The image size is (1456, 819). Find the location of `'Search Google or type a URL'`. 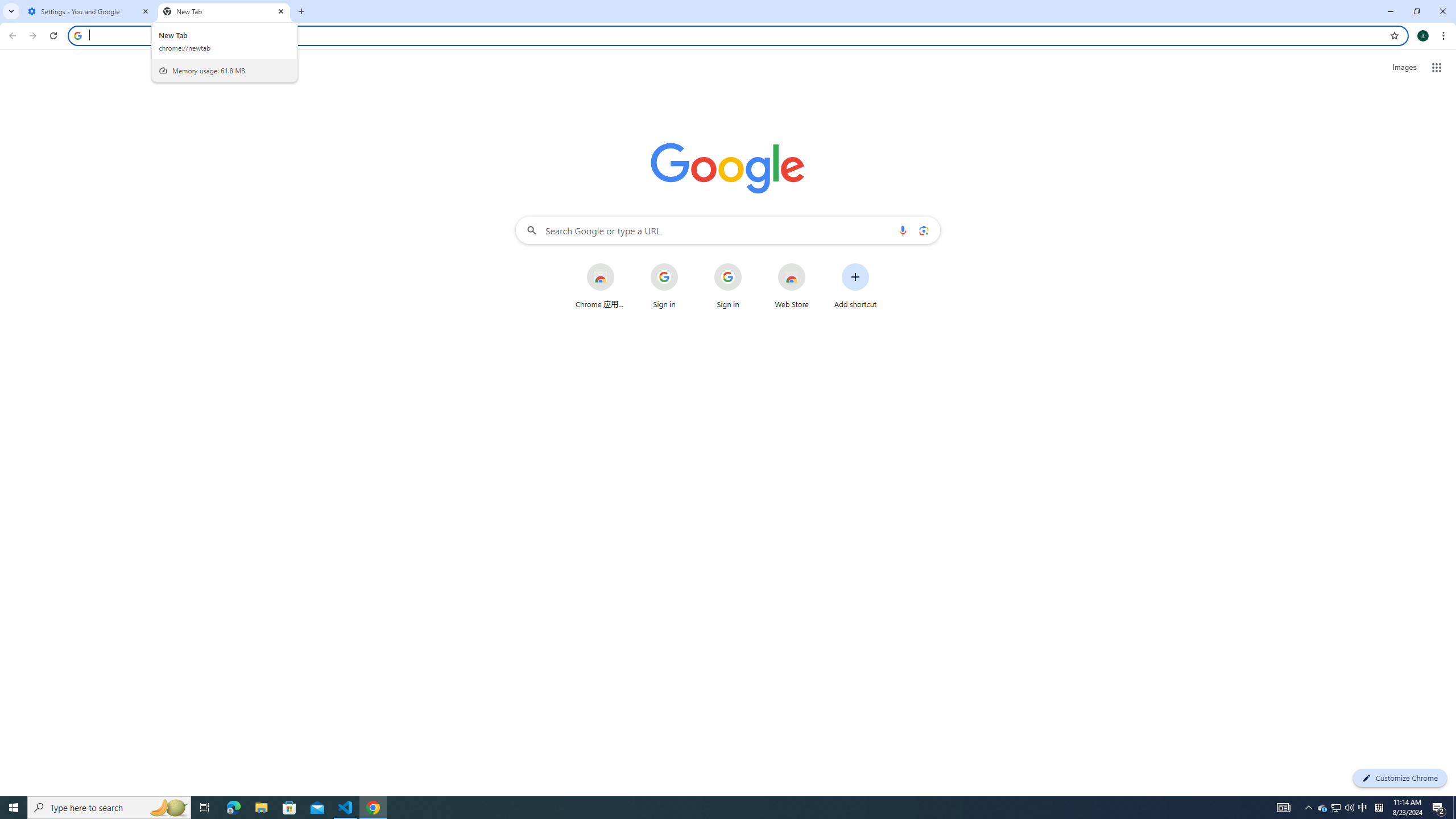

'Search Google or type a URL' is located at coordinates (728, 230).